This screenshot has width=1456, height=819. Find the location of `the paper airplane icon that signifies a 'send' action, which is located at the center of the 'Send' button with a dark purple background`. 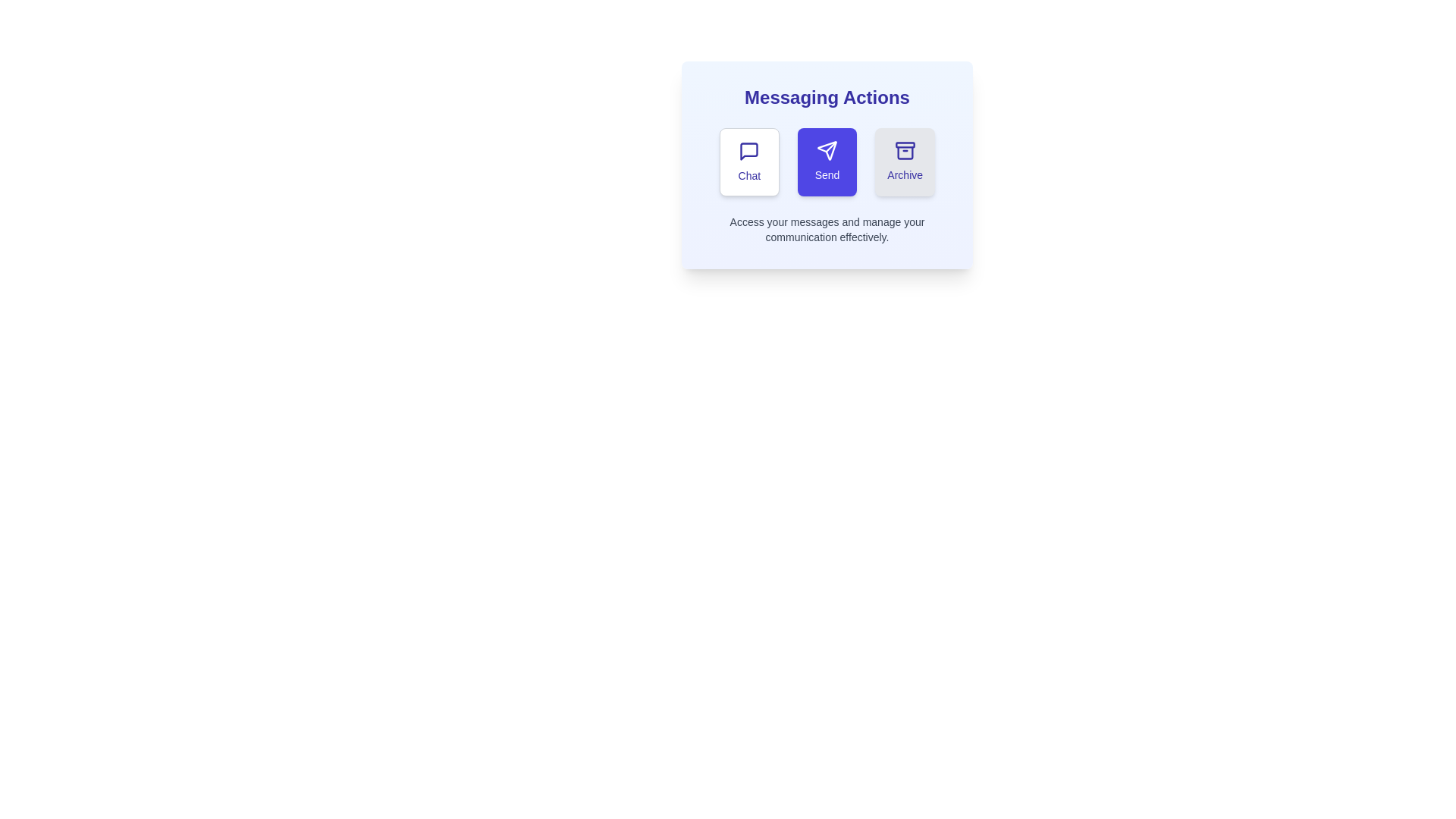

the paper airplane icon that signifies a 'send' action, which is located at the center of the 'Send' button with a dark purple background is located at coordinates (826, 151).